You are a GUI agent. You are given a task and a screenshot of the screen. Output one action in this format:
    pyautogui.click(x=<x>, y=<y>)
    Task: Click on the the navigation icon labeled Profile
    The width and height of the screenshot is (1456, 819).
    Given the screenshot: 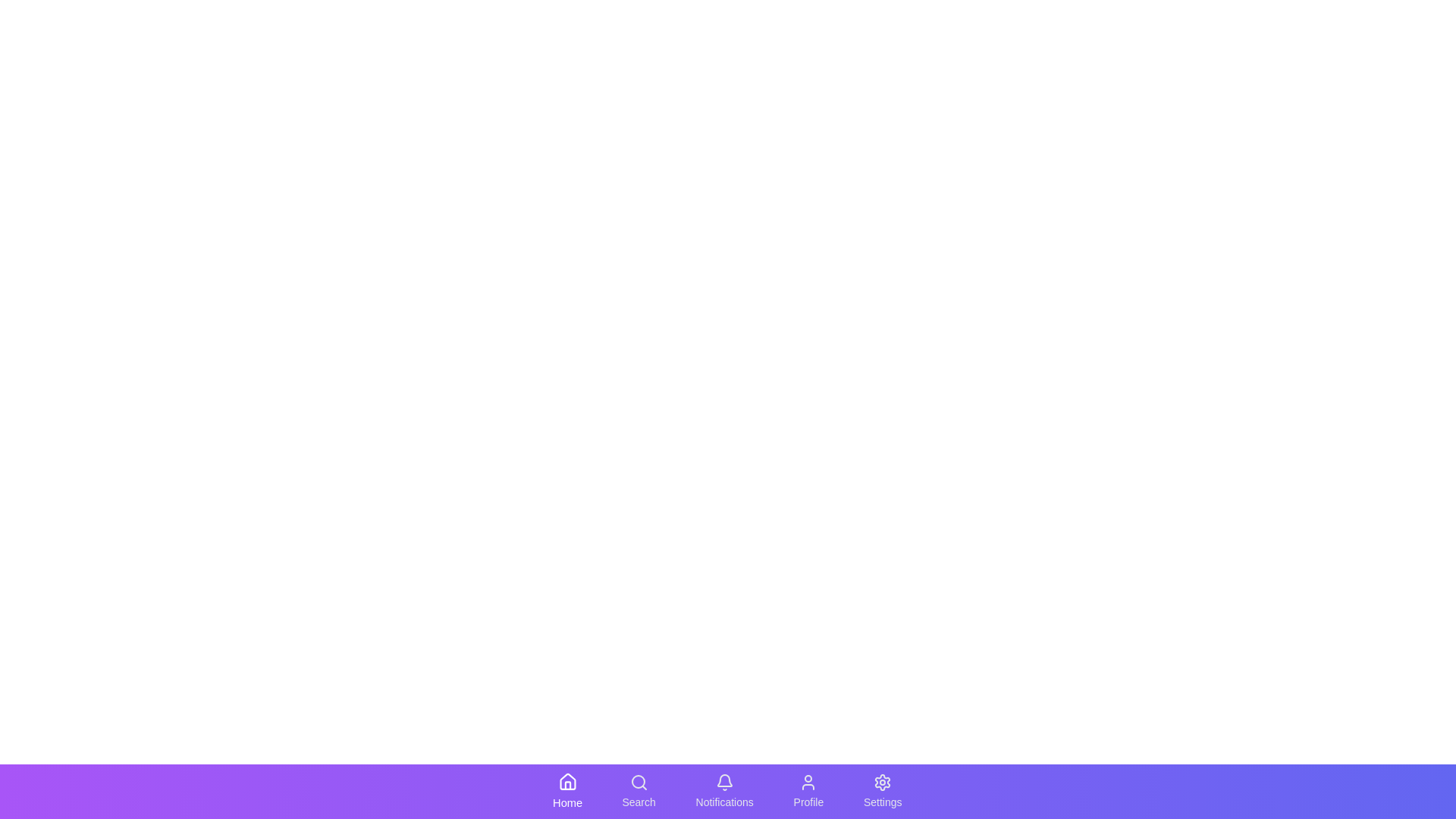 What is the action you would take?
    pyautogui.click(x=807, y=791)
    